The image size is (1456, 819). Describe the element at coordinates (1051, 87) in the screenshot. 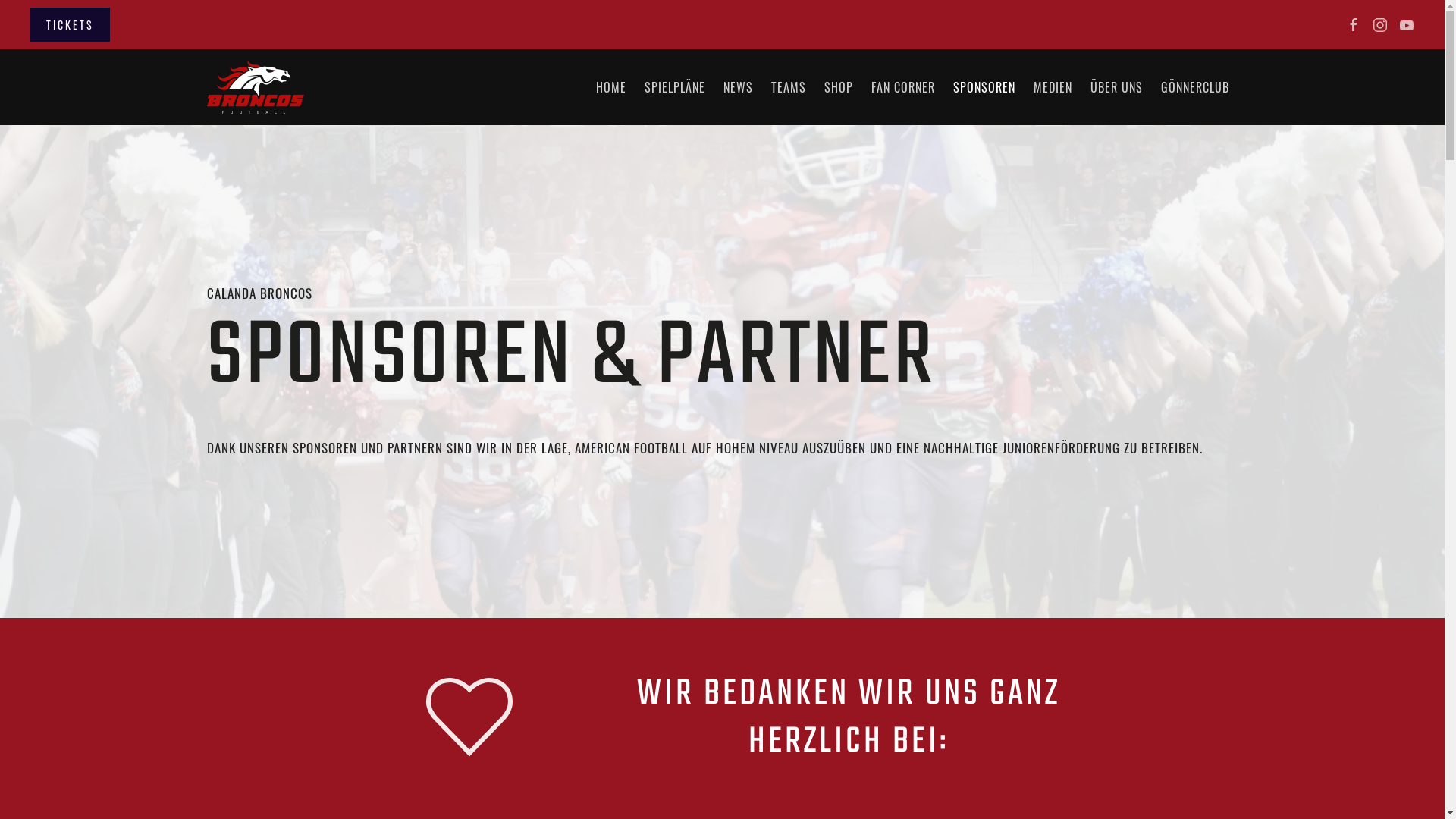

I see `'MEDIEN'` at that location.